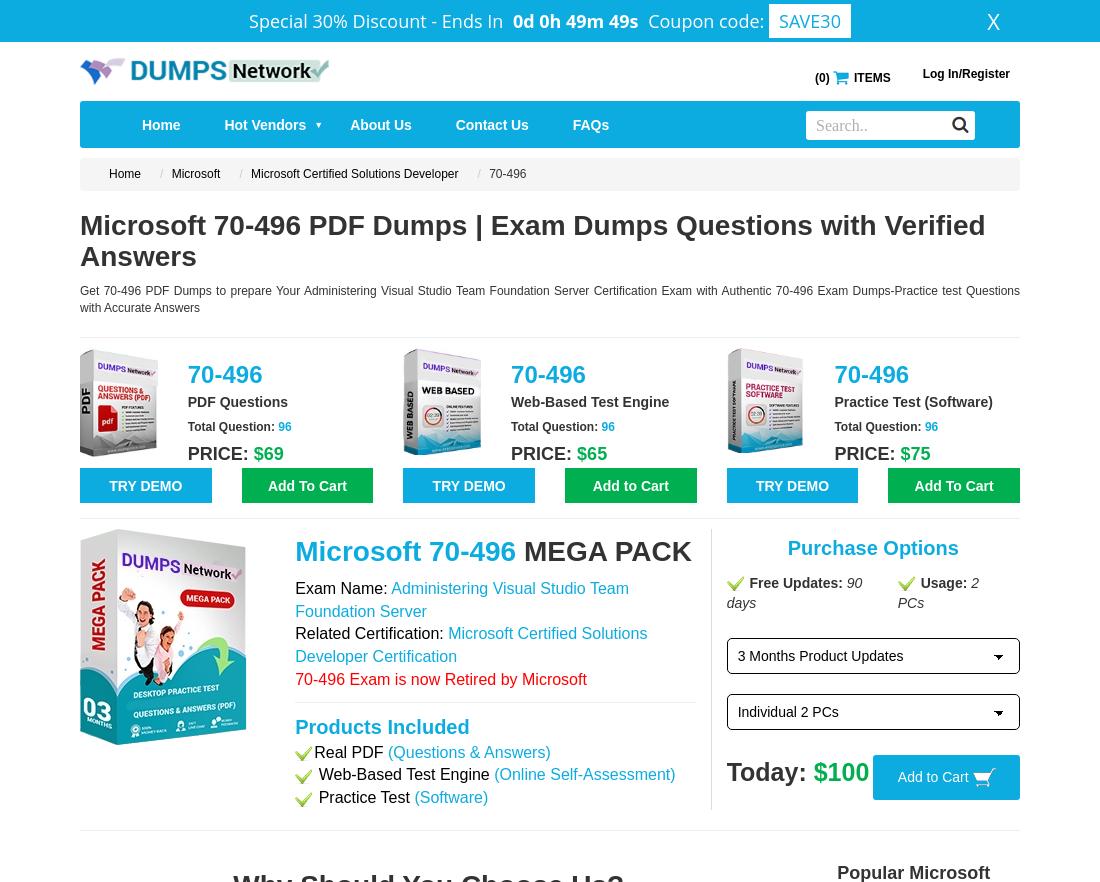 The height and width of the screenshot is (882, 1100). What do you see at coordinates (472, 20) in the screenshot?
I see `'Ends In'` at bounding box center [472, 20].